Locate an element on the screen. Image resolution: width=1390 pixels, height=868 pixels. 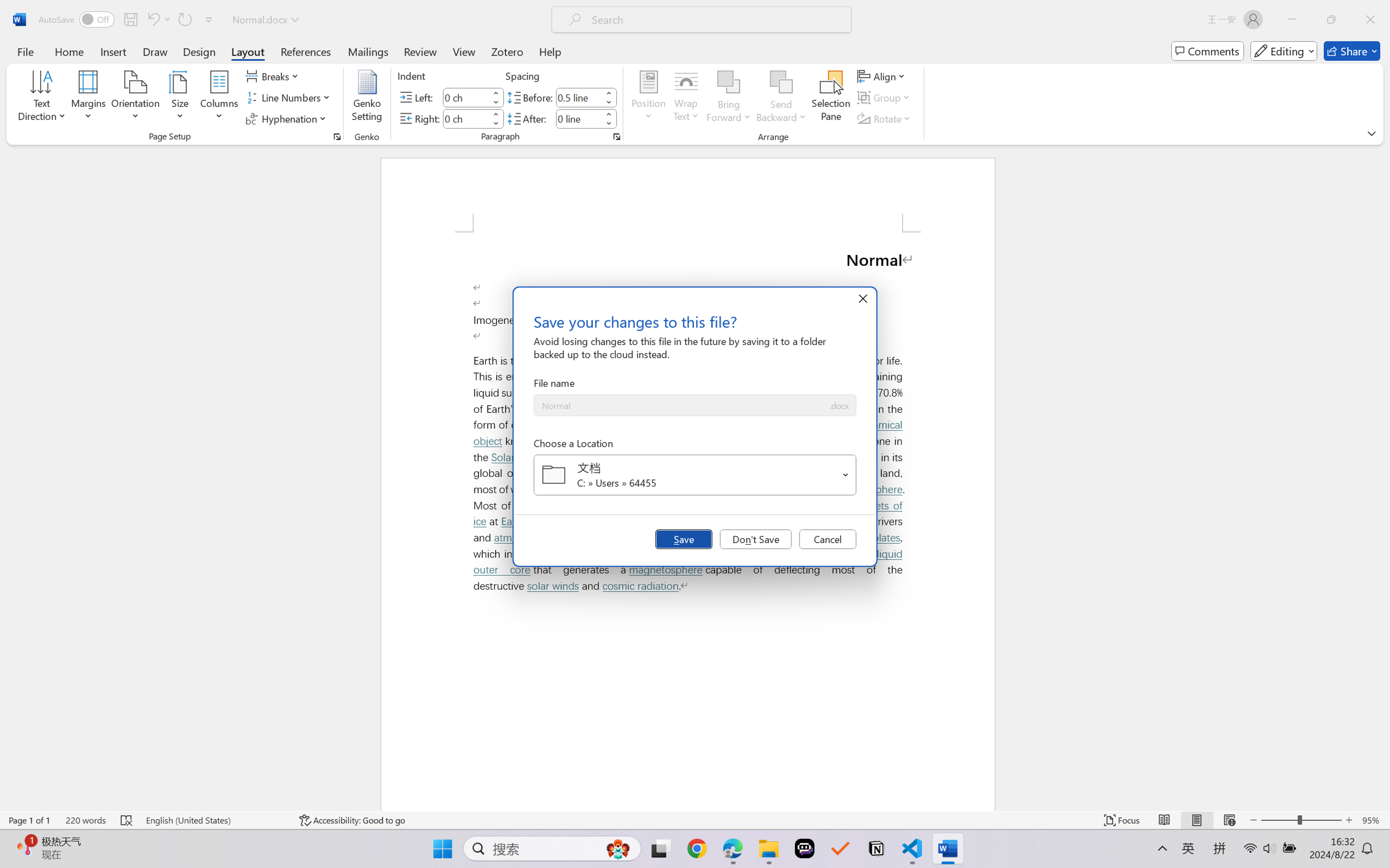
'Margins' is located at coordinates (88, 98).